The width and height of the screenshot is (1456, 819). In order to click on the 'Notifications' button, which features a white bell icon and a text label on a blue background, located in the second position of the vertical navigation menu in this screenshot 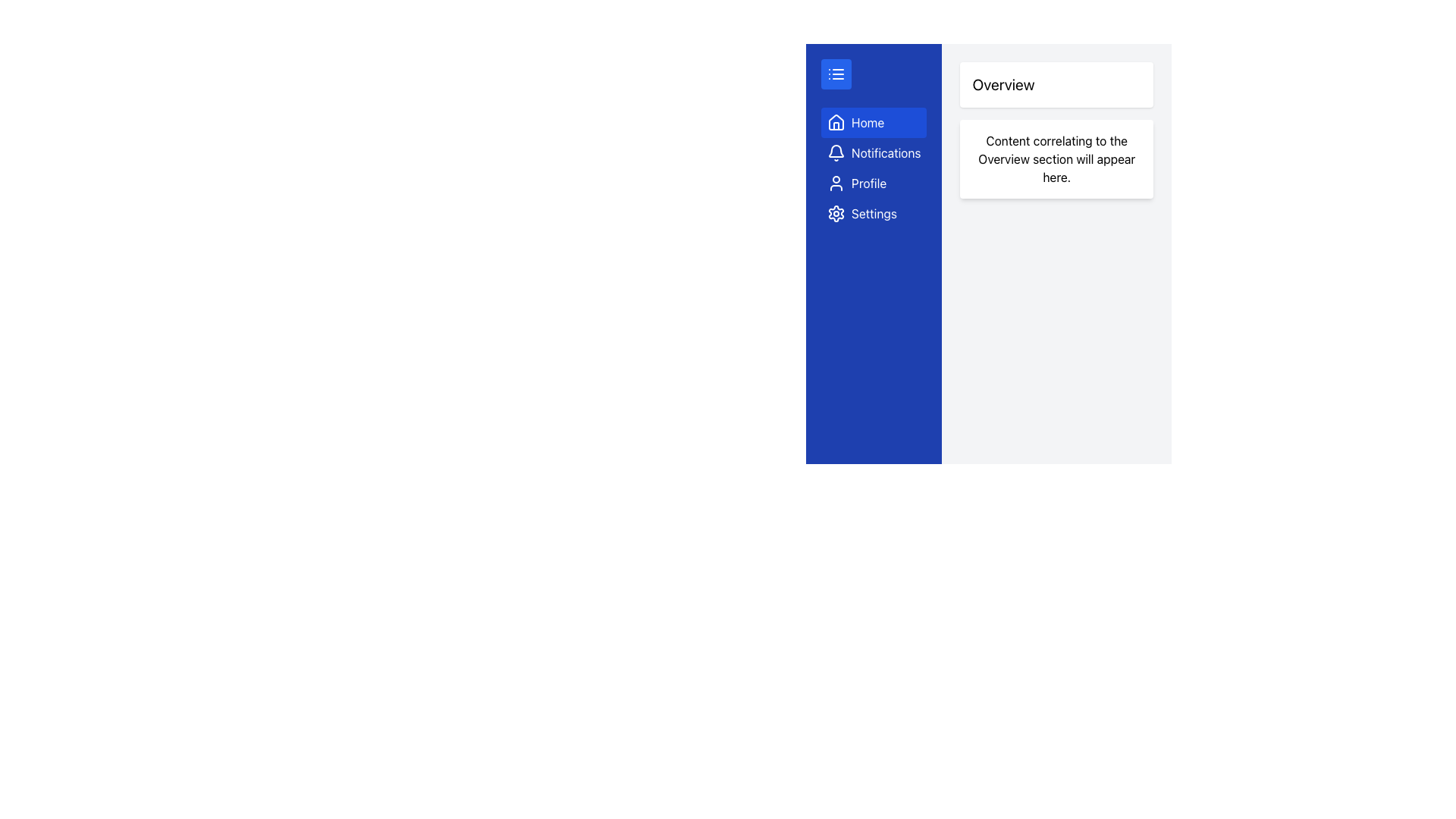, I will do `click(874, 152)`.